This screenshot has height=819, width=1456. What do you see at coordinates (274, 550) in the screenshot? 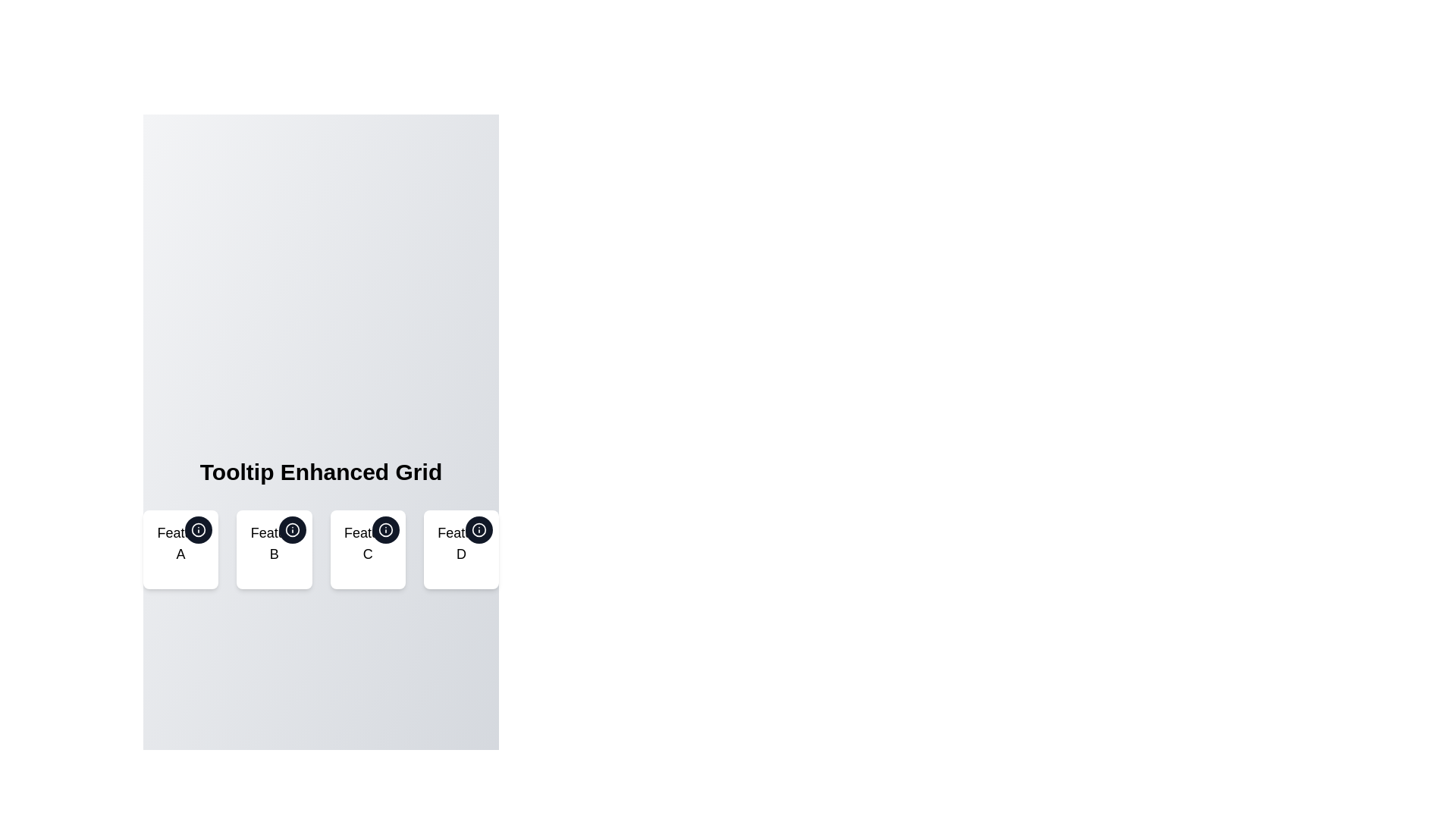
I see `the second card in the grid labeled 'Feature B'` at bounding box center [274, 550].